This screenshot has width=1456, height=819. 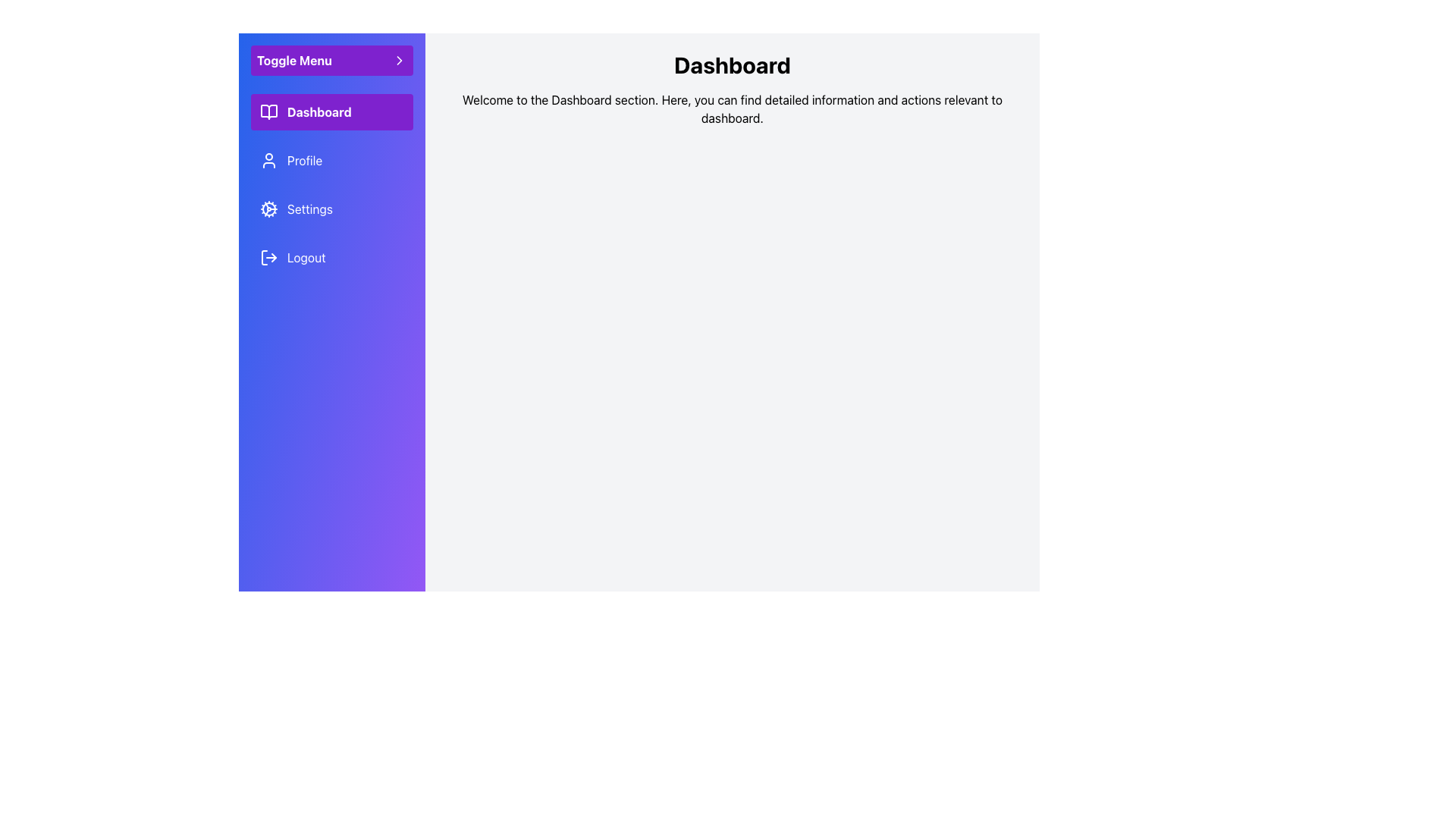 What do you see at coordinates (318, 111) in the screenshot?
I see `the 'Dashboard' text label located inside the clickable purple rectangular button next to the open book icon in the vertical navigation bar` at bounding box center [318, 111].